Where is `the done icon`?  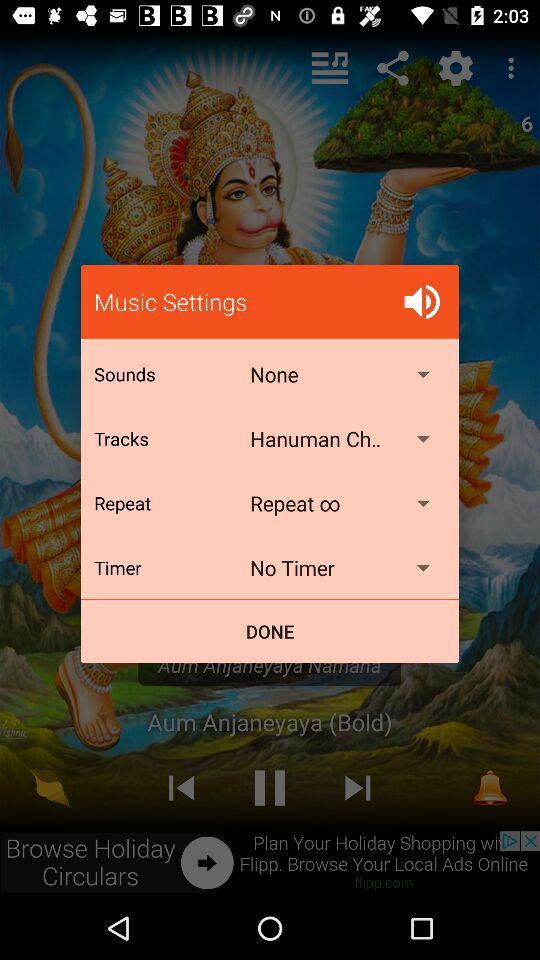
the done icon is located at coordinates (270, 630).